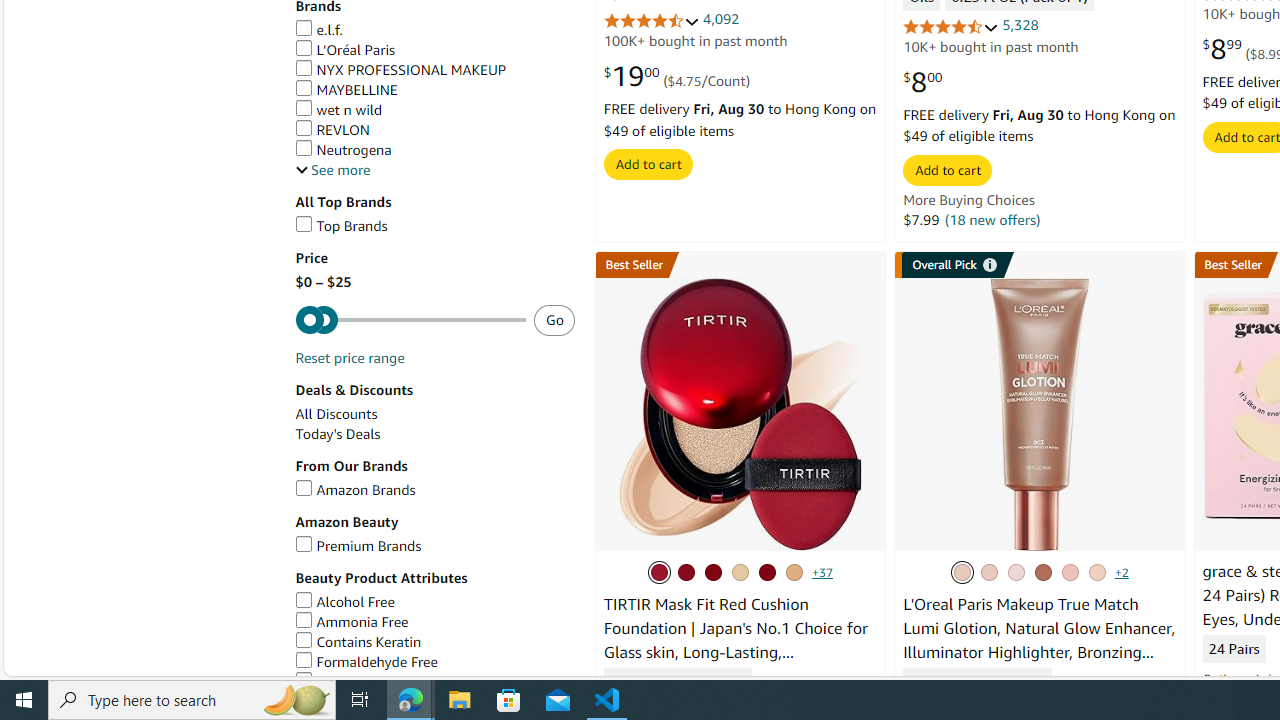 The width and height of the screenshot is (1280, 720). I want to click on 'Top Brands', so click(341, 225).